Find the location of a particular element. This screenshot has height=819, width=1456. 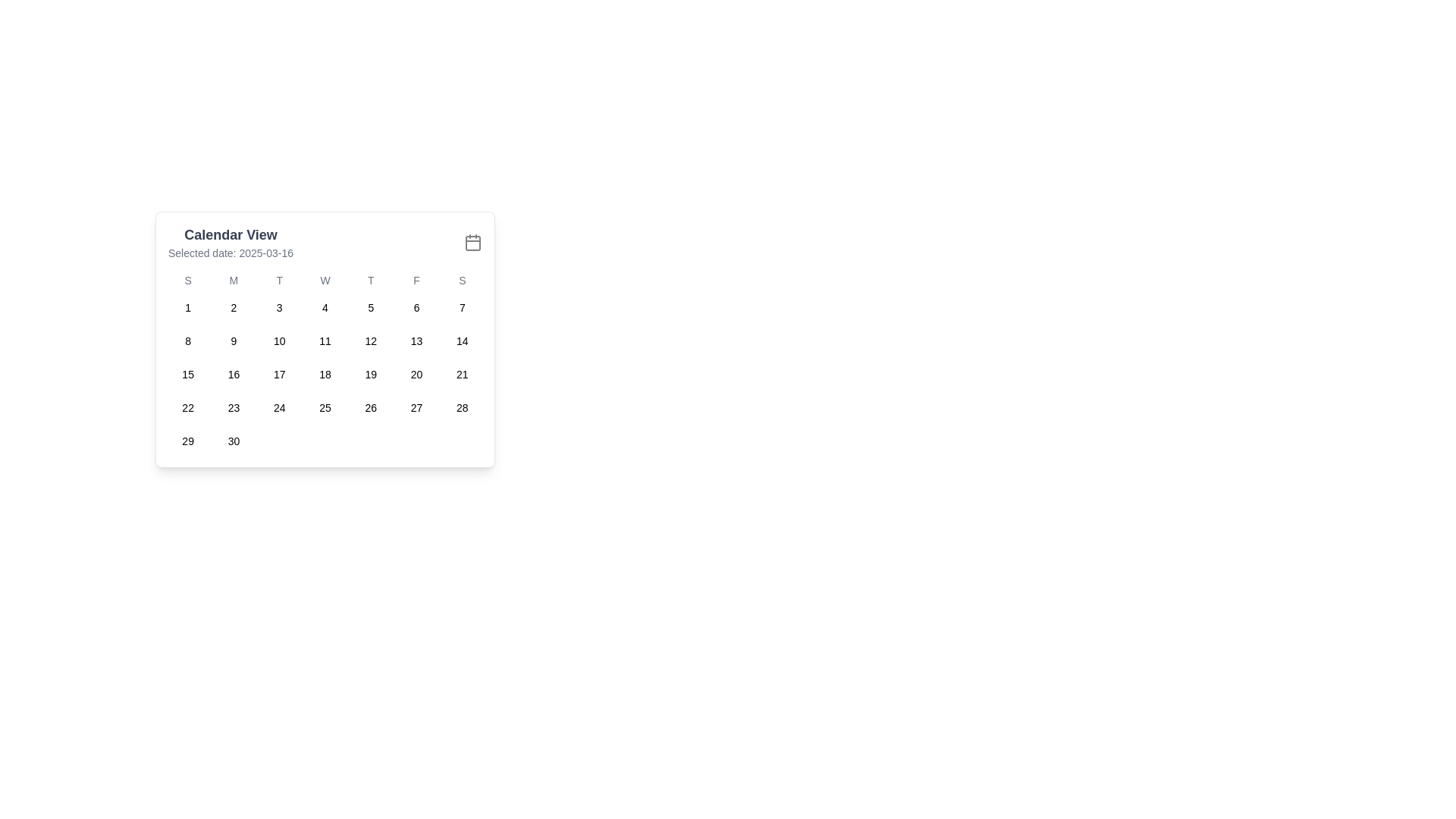

the date '13' button in the calendar located in the third row and sixth column, directly below the 'F' weekday label is located at coordinates (416, 341).